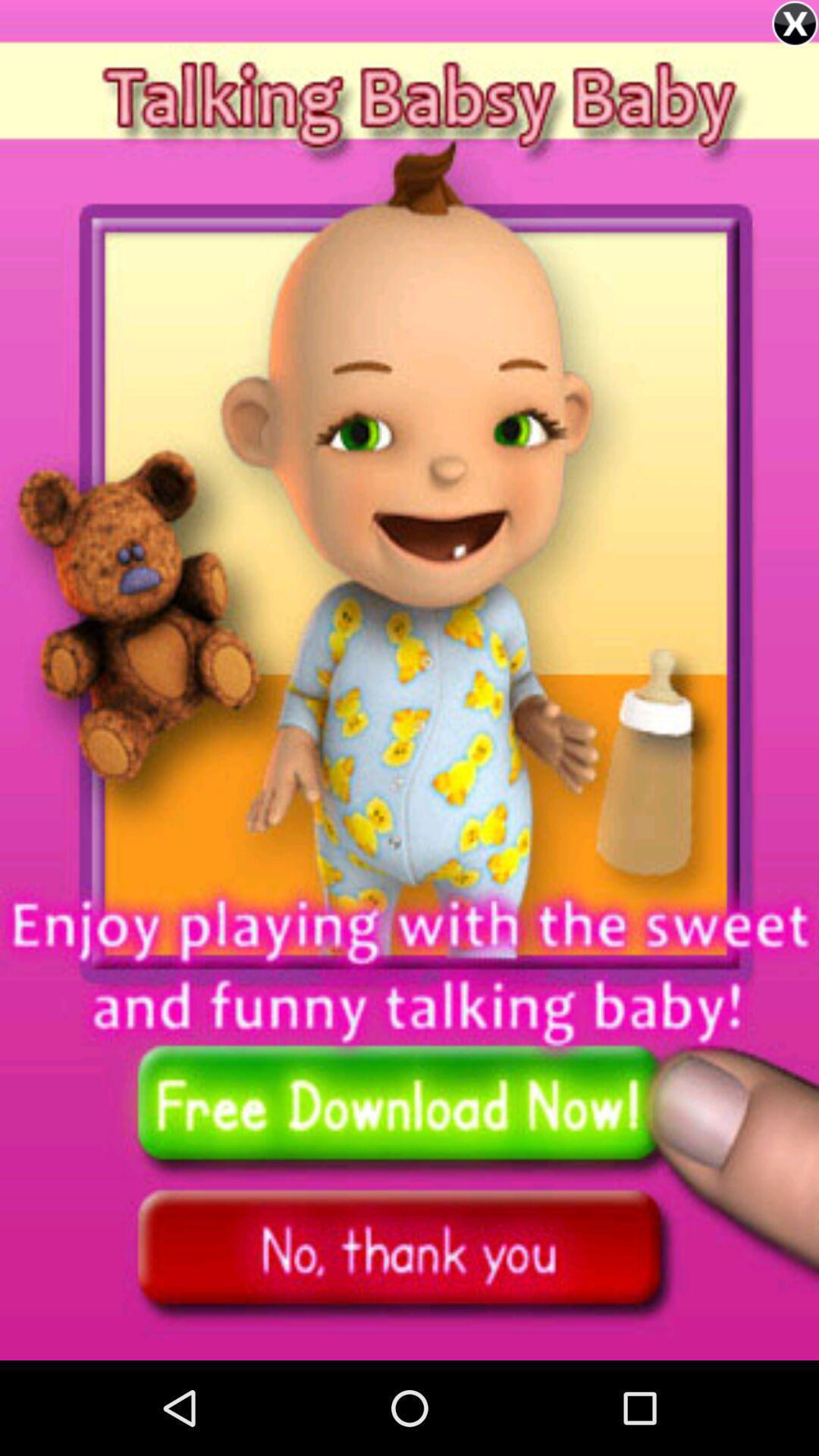 This screenshot has height=1456, width=819. What do you see at coordinates (794, 25) in the screenshot?
I see `the close icon` at bounding box center [794, 25].